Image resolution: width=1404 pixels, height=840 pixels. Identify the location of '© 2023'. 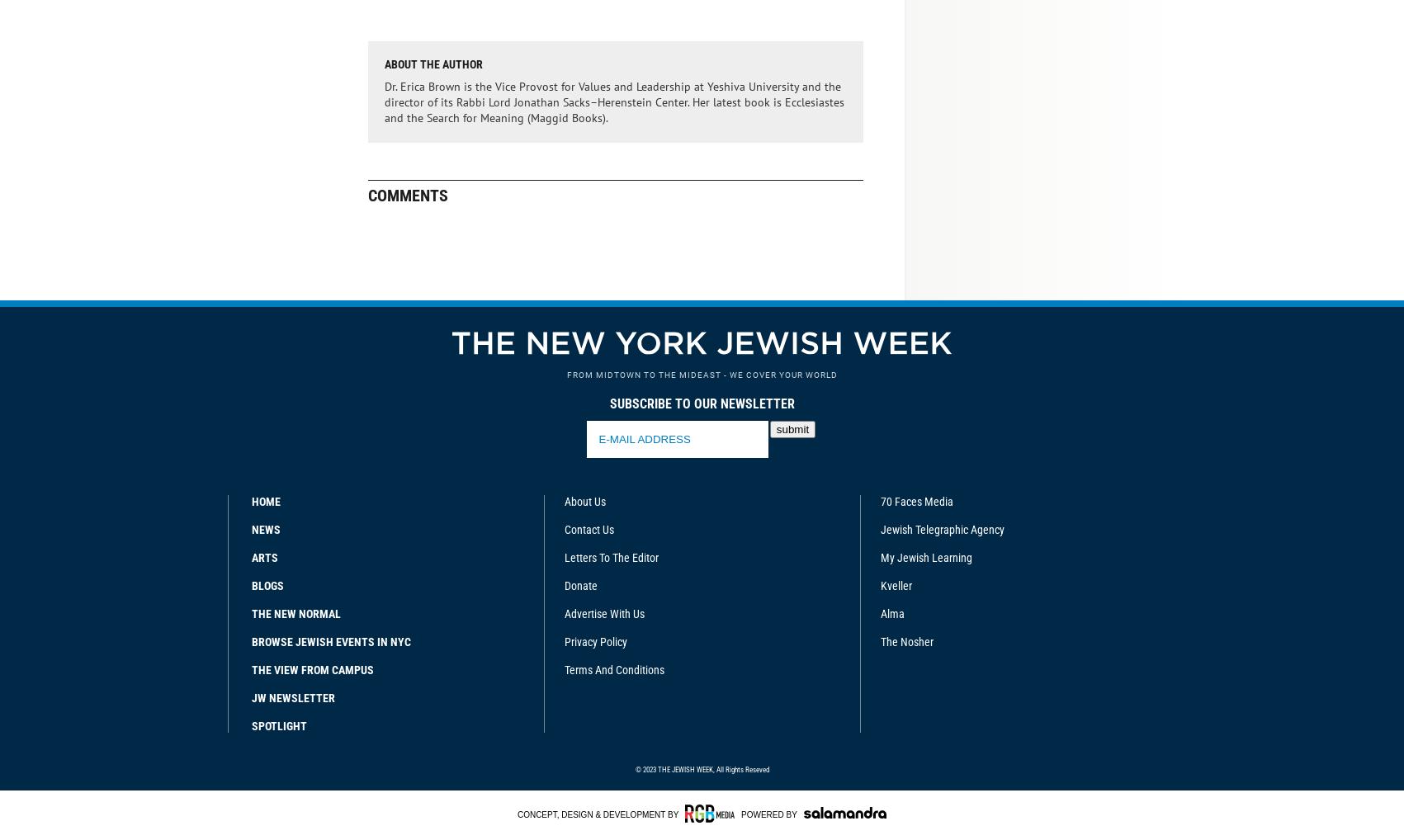
(645, 767).